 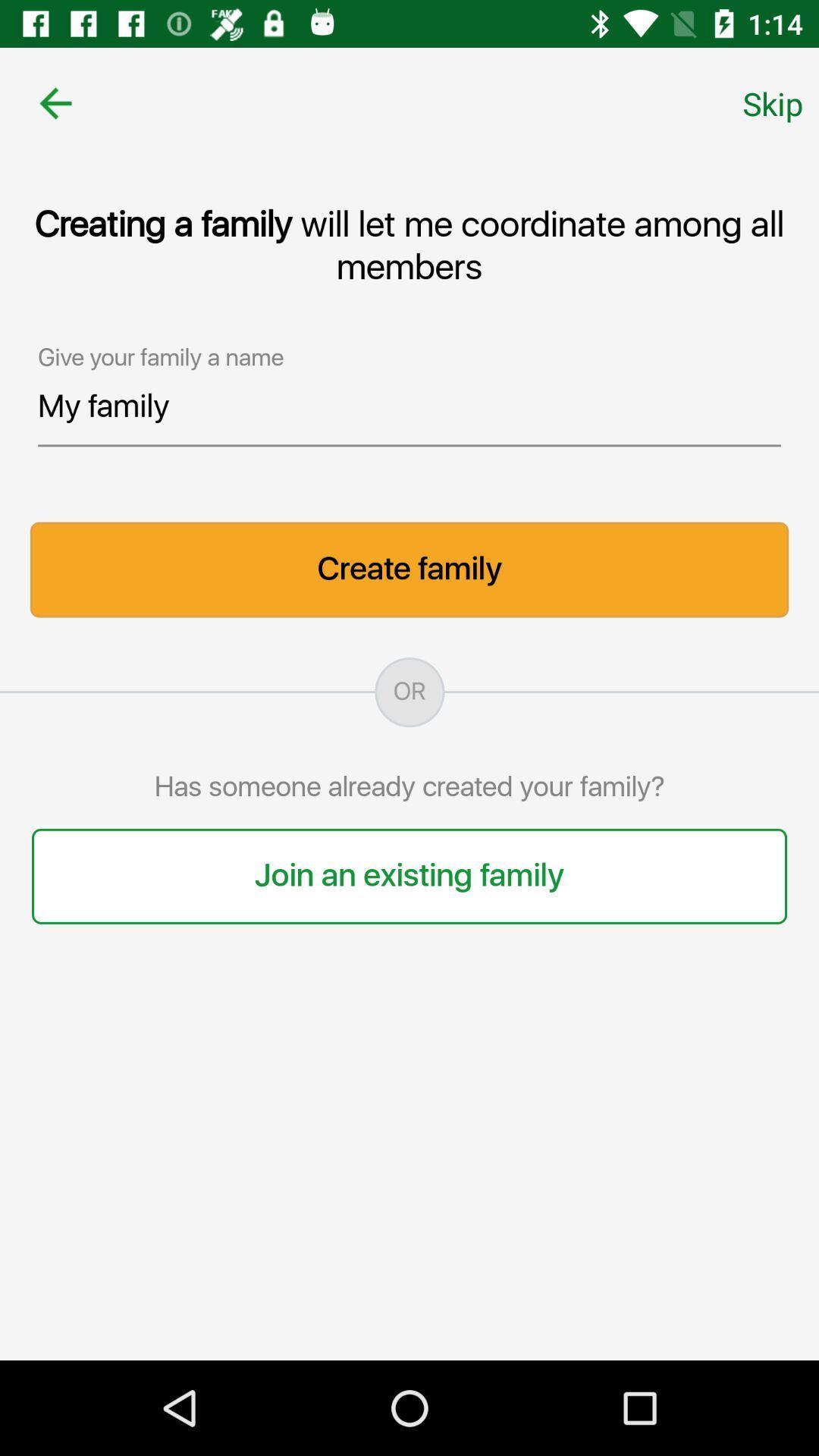 I want to click on has someone already, so click(x=409, y=788).